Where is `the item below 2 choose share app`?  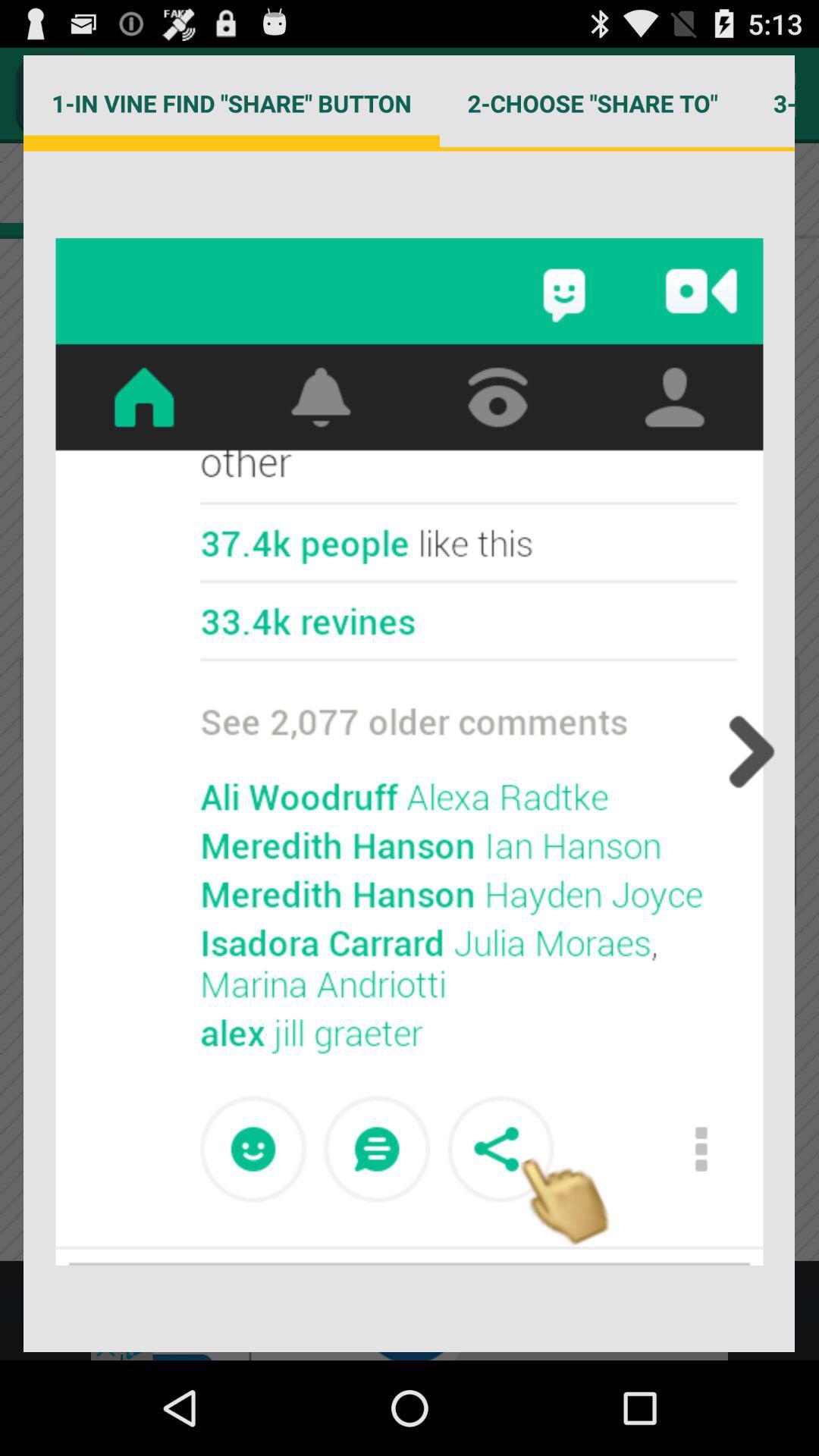 the item below 2 choose share app is located at coordinates (746, 752).